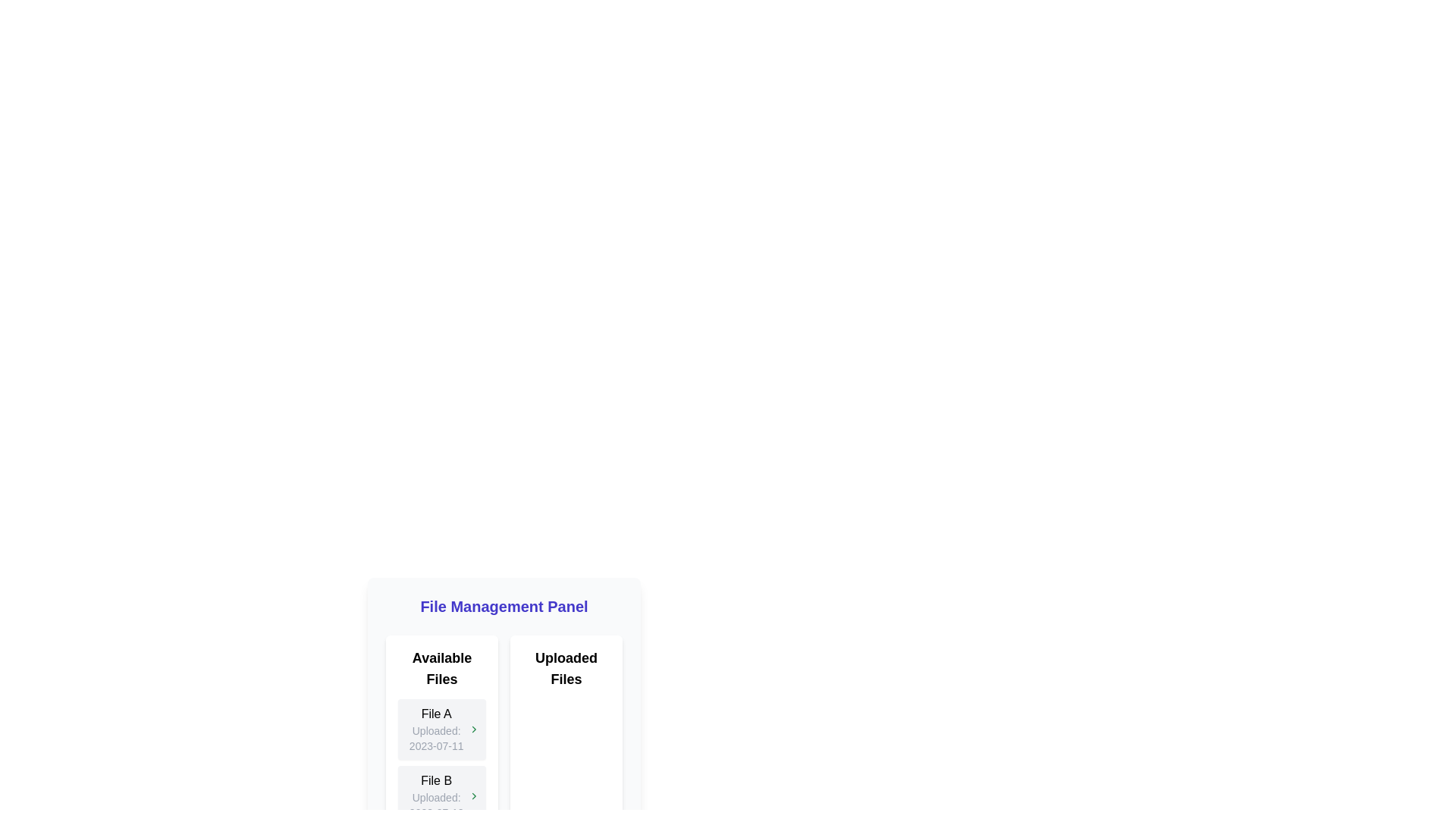  What do you see at coordinates (435, 728) in the screenshot?
I see `the Text information display for 'File A' located in the 'Available Files' section of the 'File Management Panel'` at bounding box center [435, 728].